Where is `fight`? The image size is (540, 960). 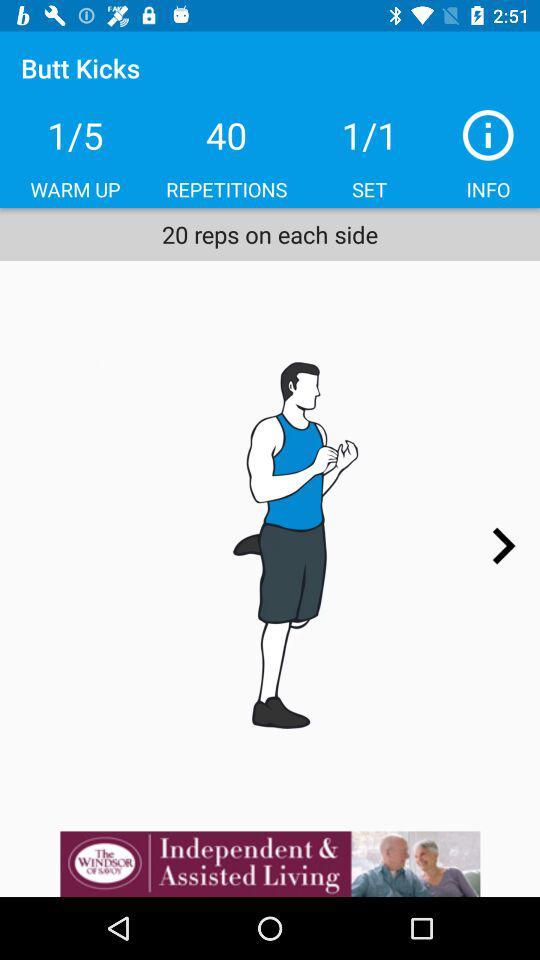
fight is located at coordinates (270, 545).